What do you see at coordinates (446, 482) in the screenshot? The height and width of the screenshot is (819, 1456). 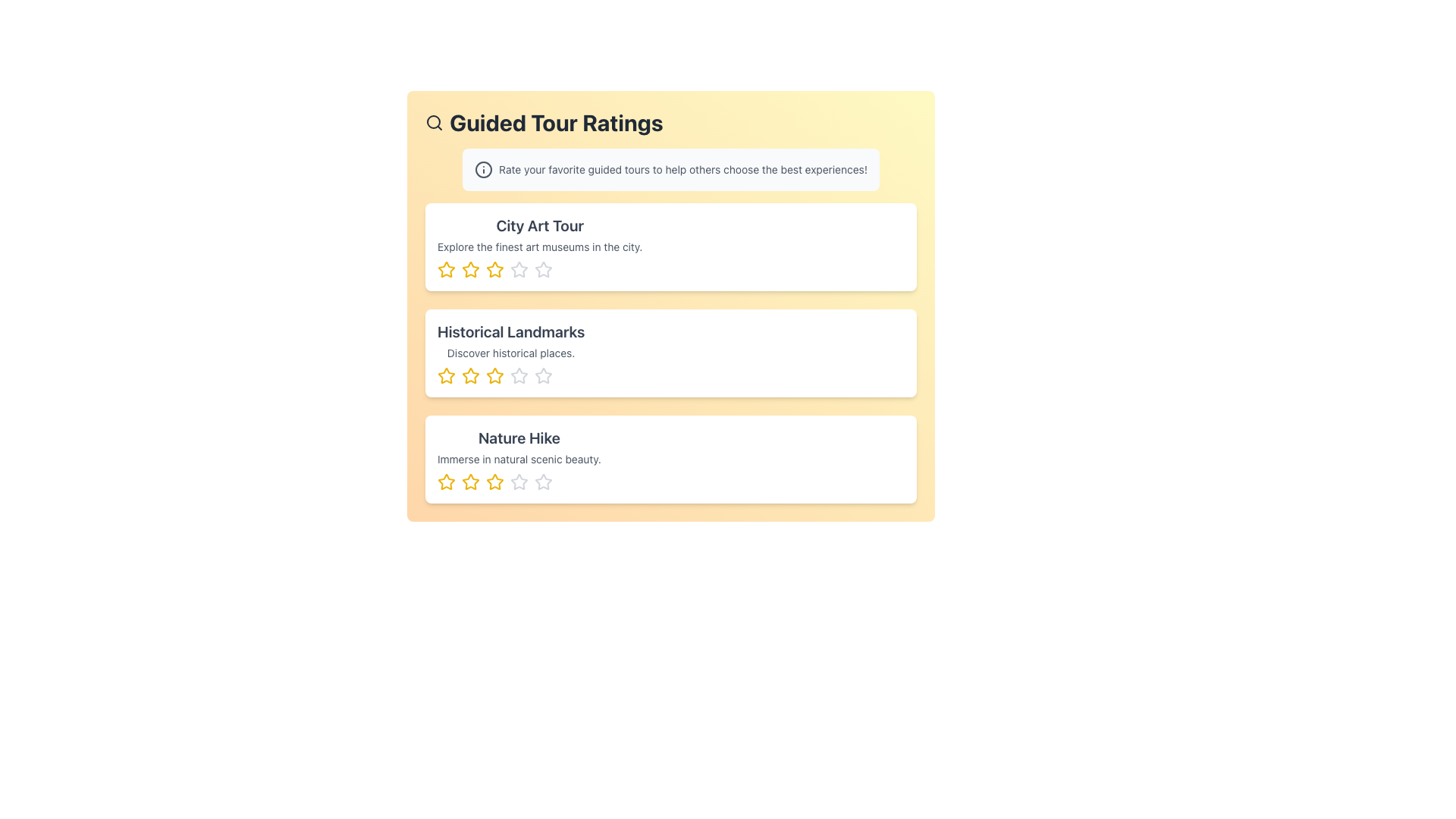 I see `the first yellow star icon in the row of rating stars for the 'Nature Hike' option to rate it` at bounding box center [446, 482].